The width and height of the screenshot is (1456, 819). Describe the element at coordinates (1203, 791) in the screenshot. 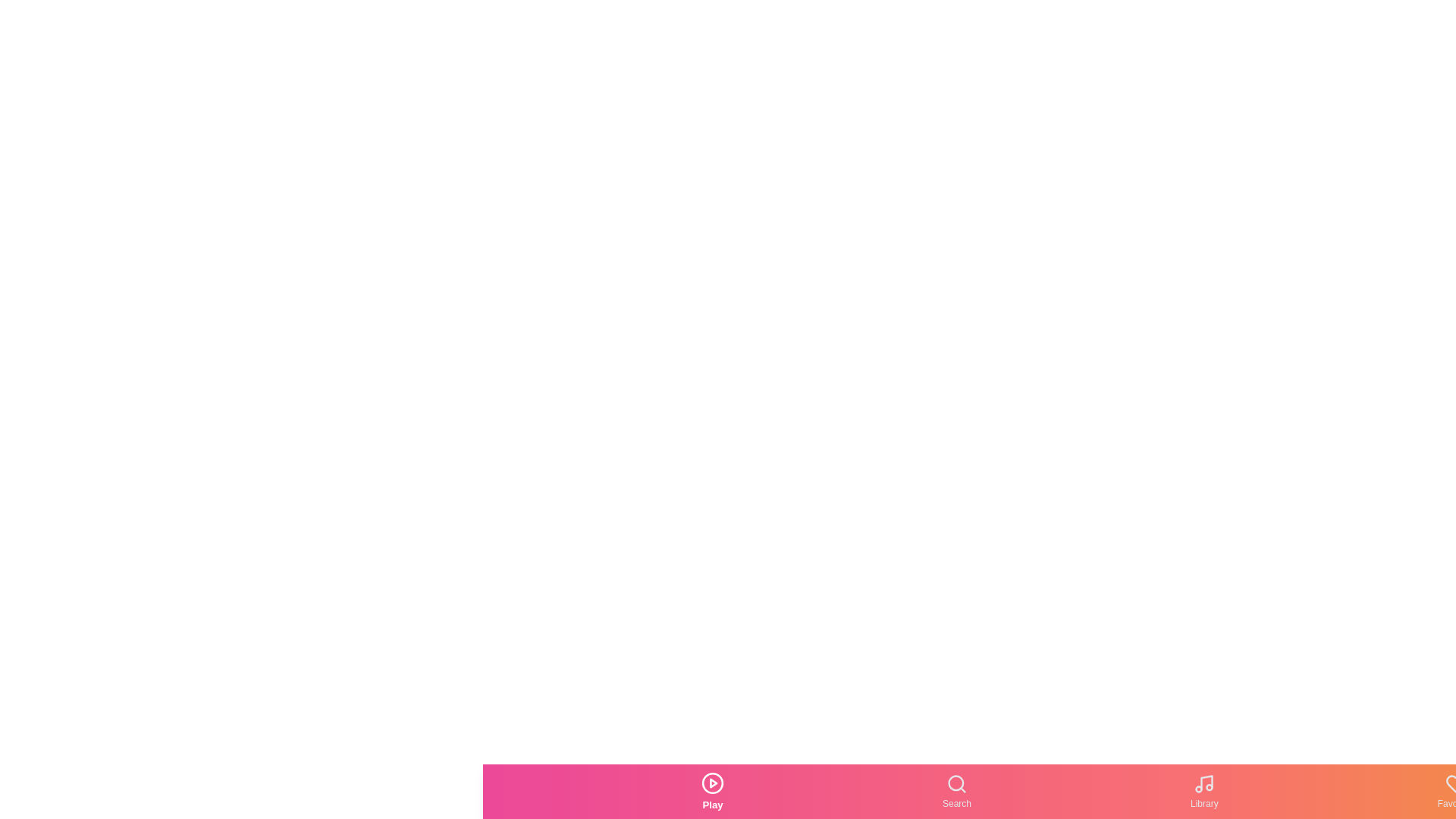

I see `the Library tab to navigate to the corresponding section` at that location.